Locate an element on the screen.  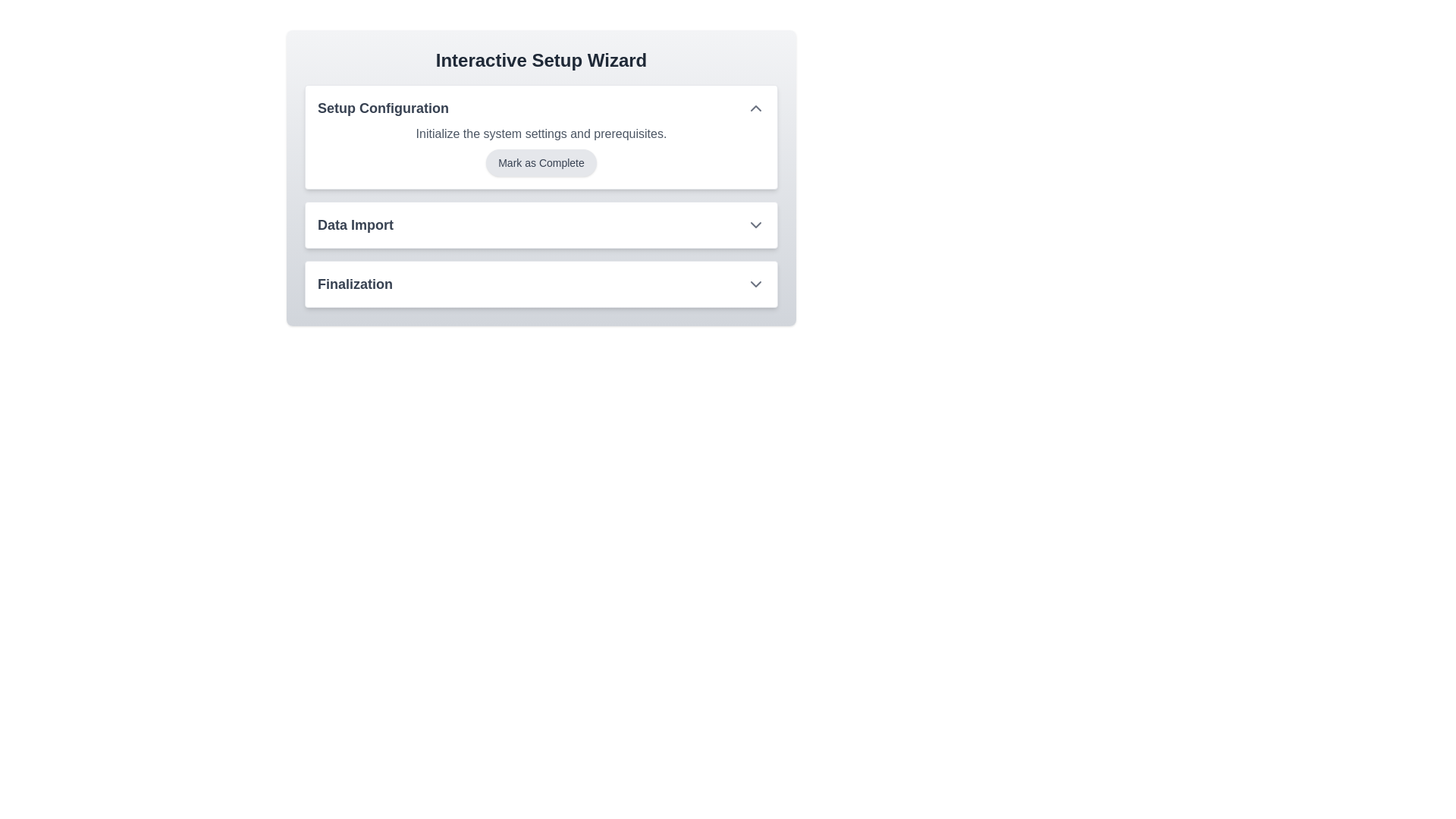
the button in the first section of the setup wizard to mark the step as complete is located at coordinates (541, 195).